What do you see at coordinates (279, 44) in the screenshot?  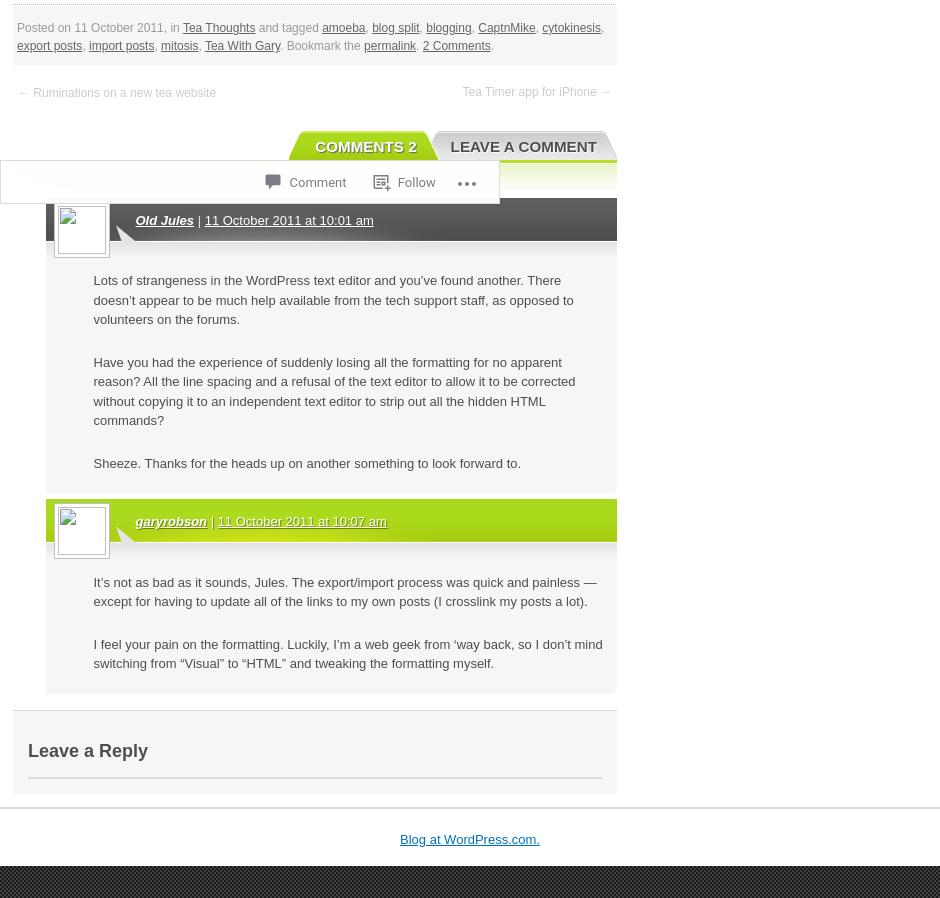 I see `'. Bookmark the'` at bounding box center [279, 44].